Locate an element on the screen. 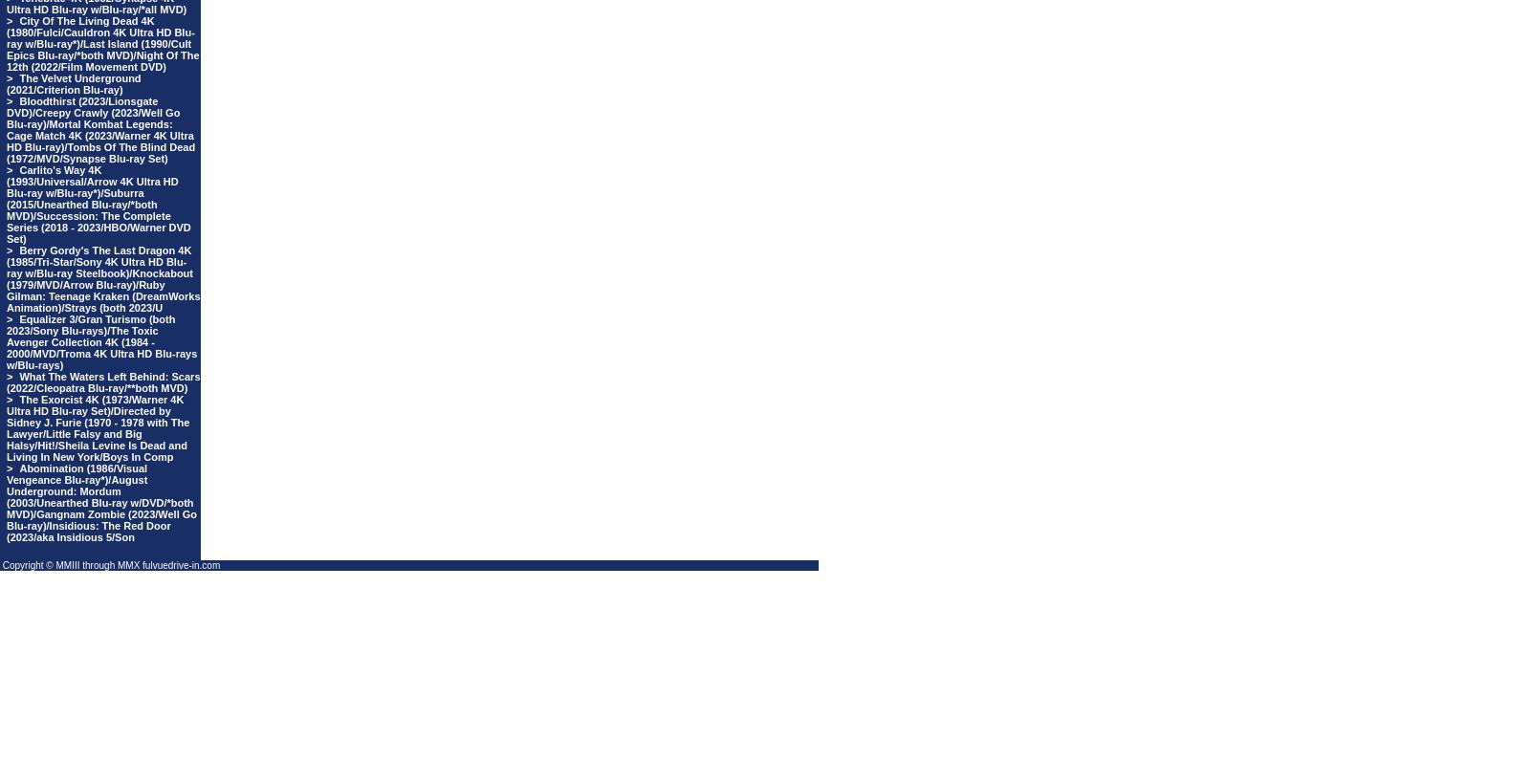 The image size is (1534, 784). 'What The Waters Left Behind: Scars (2022/Cleopatra Blu-ray/**both MVD)' is located at coordinates (102, 381).